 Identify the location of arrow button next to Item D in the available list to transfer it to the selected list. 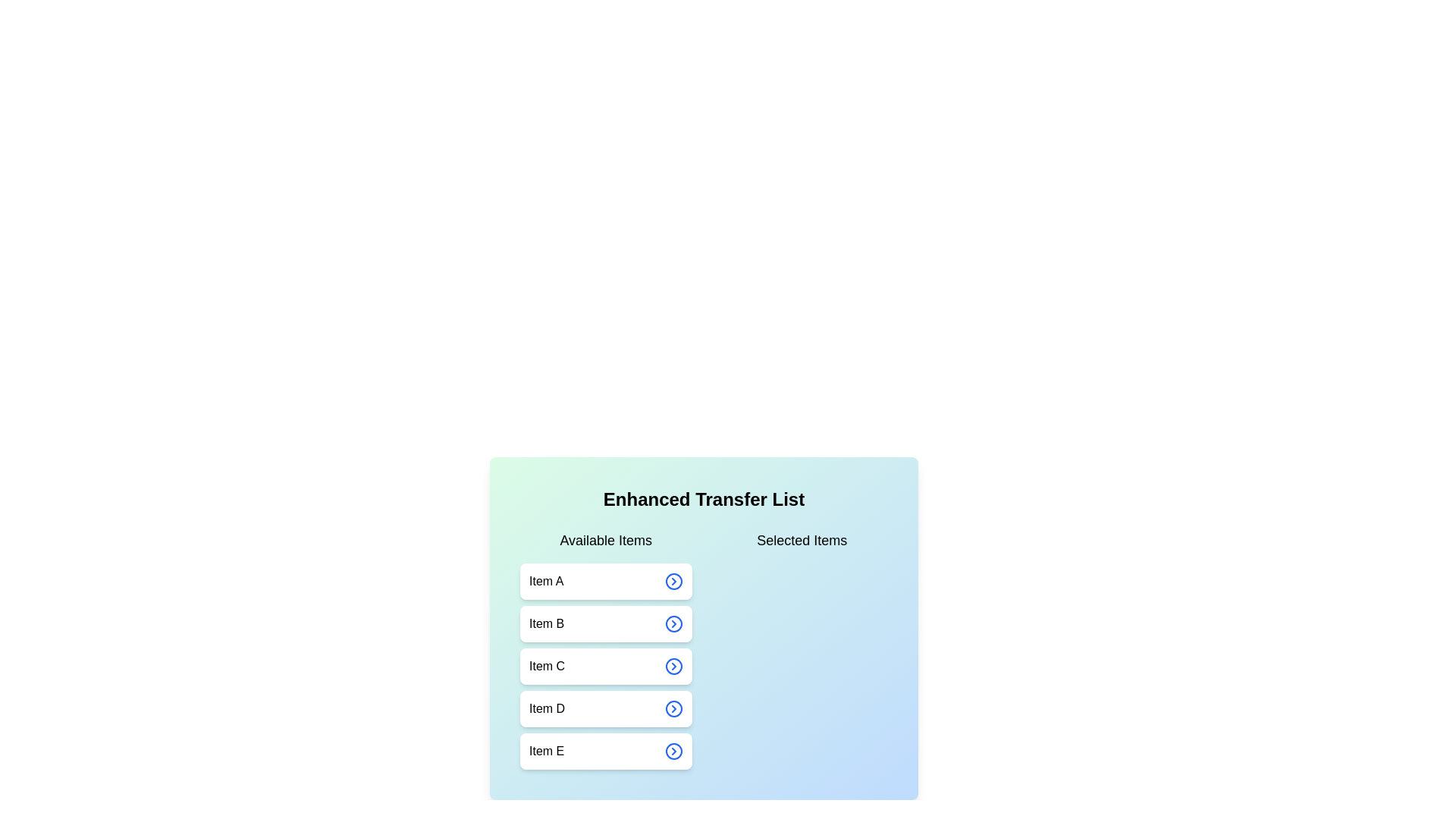
(673, 708).